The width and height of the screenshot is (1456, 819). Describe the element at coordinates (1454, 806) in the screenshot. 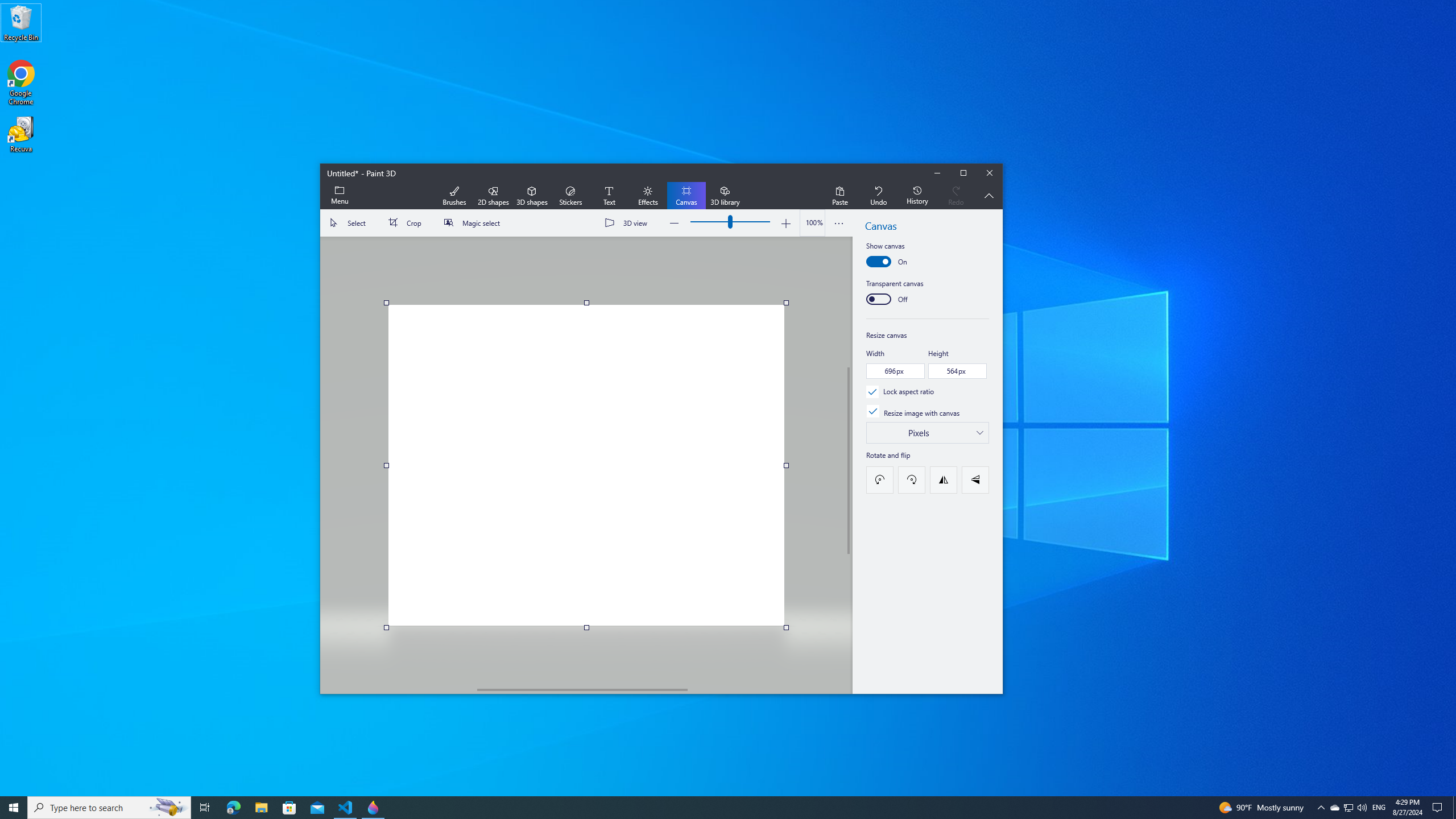

I see `'Show desktop'` at that location.